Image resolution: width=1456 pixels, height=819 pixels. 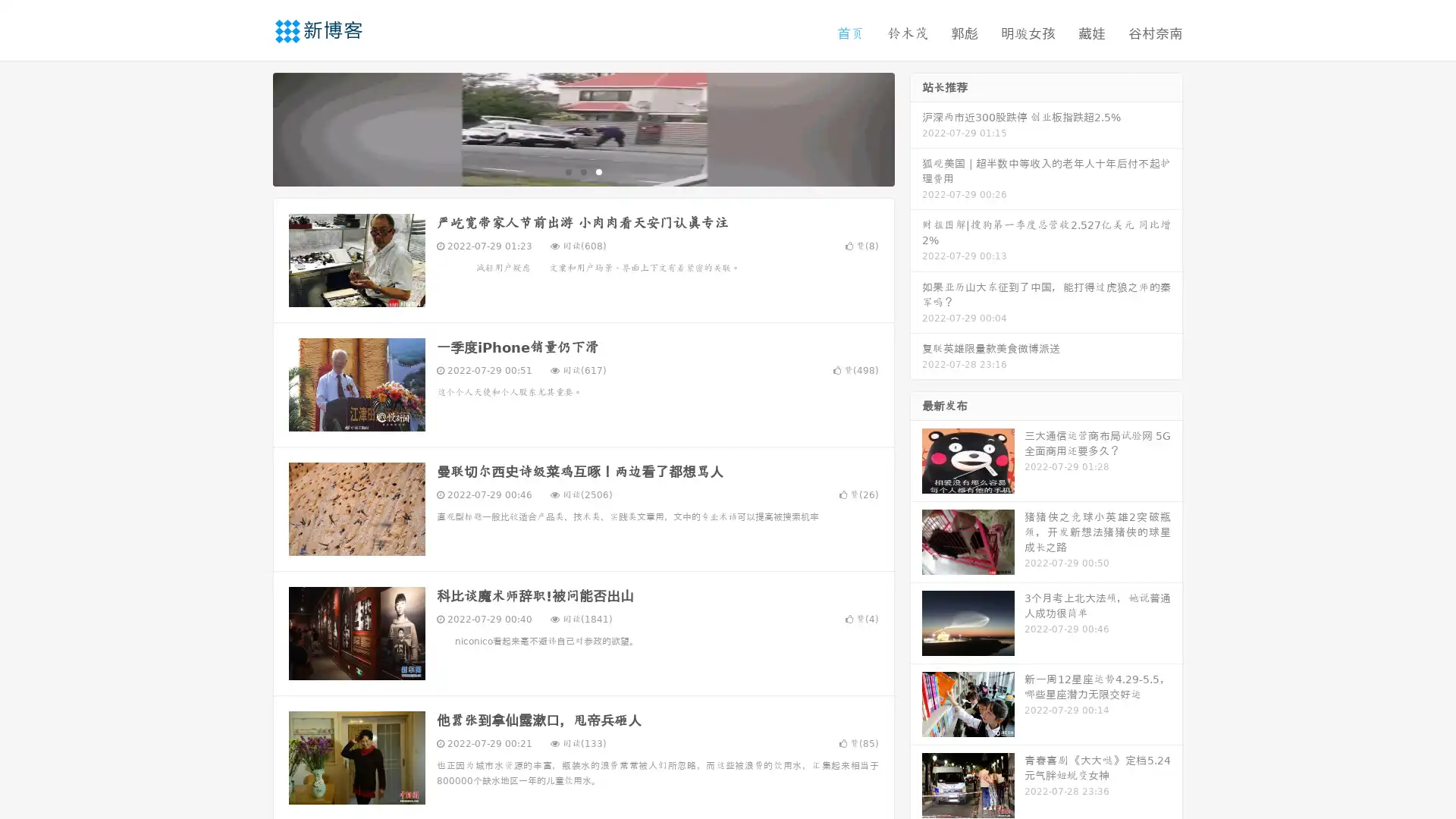 I want to click on Next slide, so click(x=916, y=127).